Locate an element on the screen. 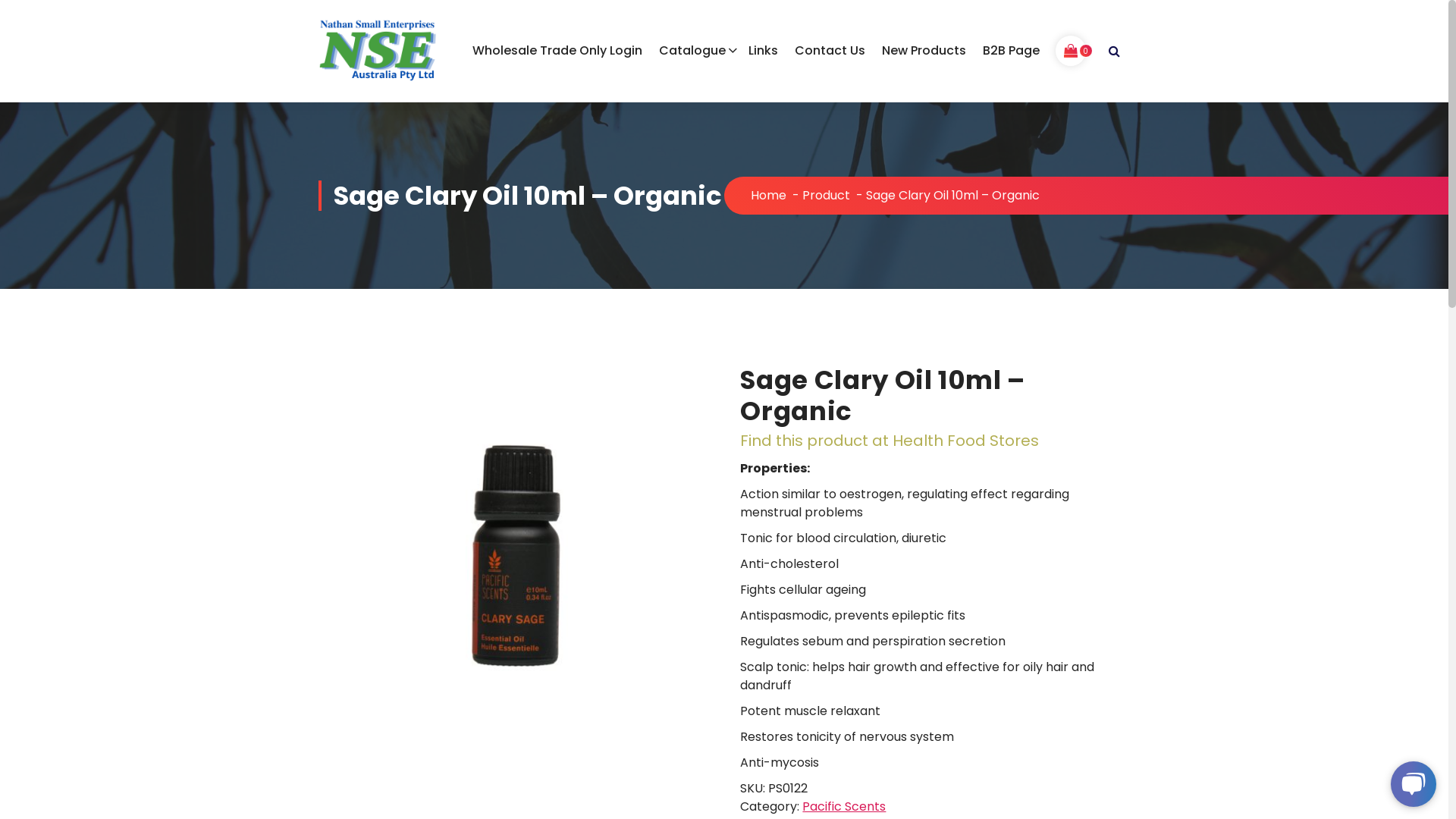 This screenshot has height=819, width=1456. 'Links' is located at coordinates (763, 49).